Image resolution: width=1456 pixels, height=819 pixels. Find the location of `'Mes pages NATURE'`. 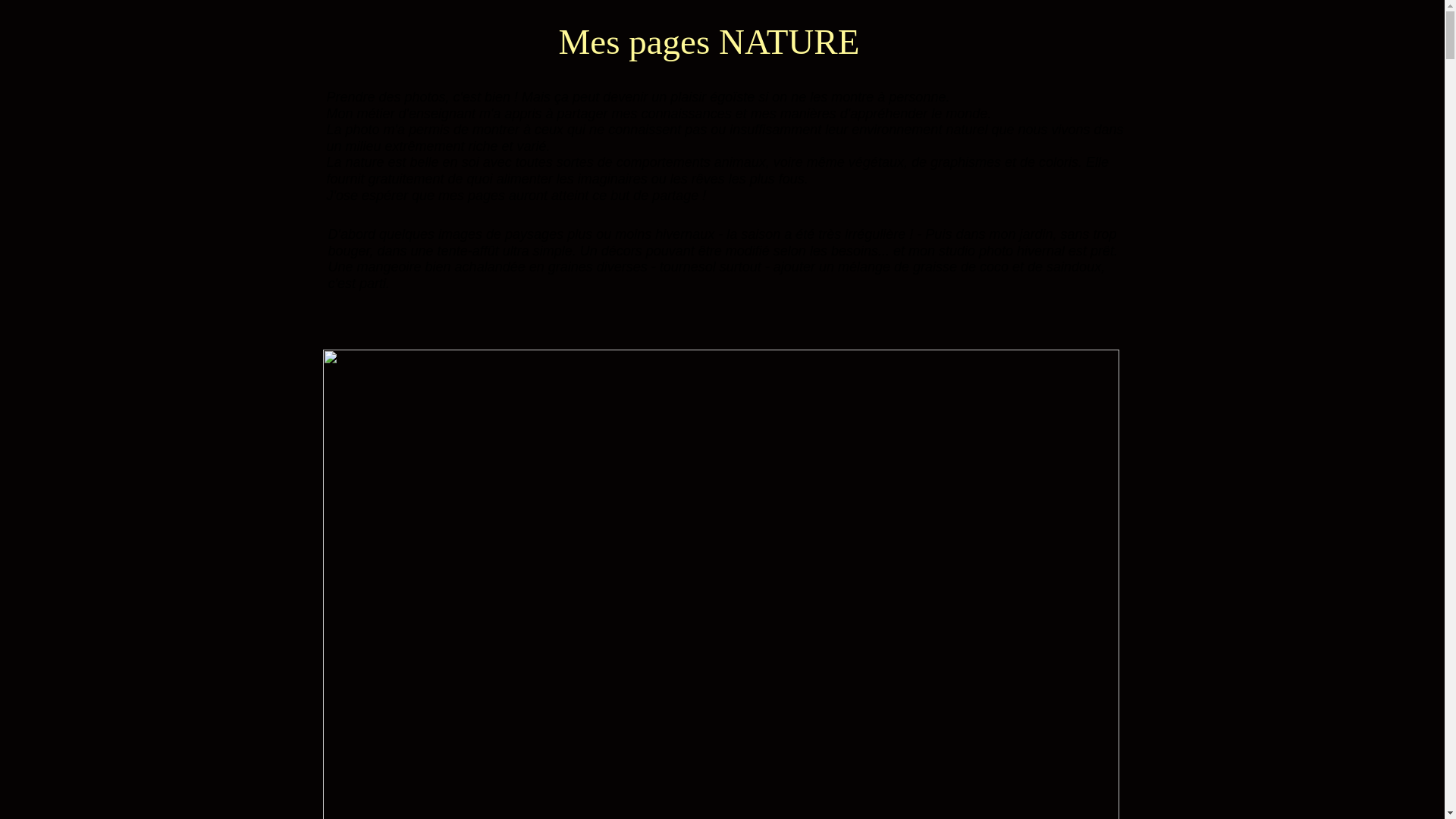

'Mes pages NATURE' is located at coordinates (708, 40).